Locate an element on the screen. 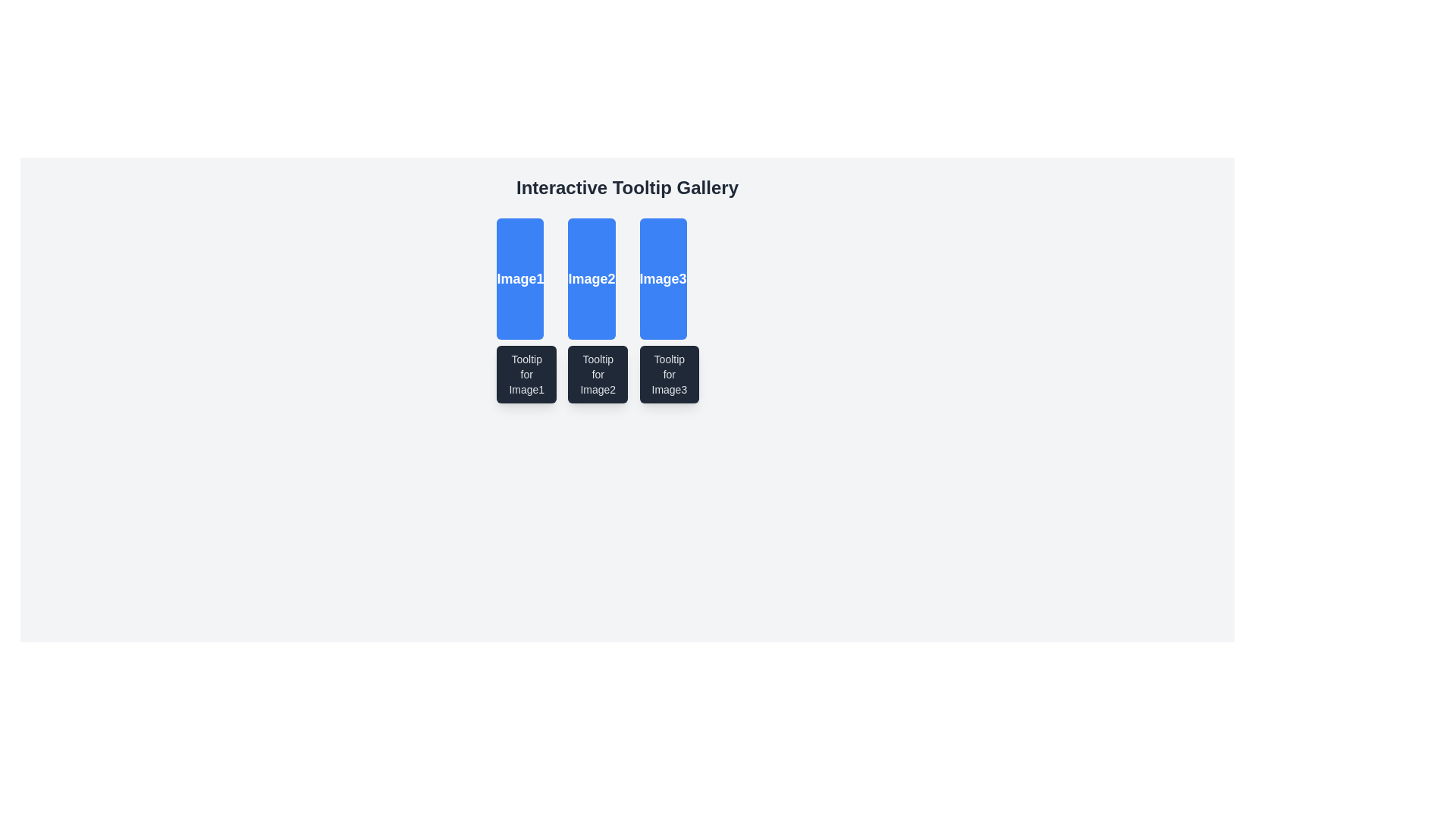 The width and height of the screenshot is (1456, 819). the interactive panel for 'Image3' located in the Interactive Tooltip Gallery to initiate interaction is located at coordinates (663, 278).